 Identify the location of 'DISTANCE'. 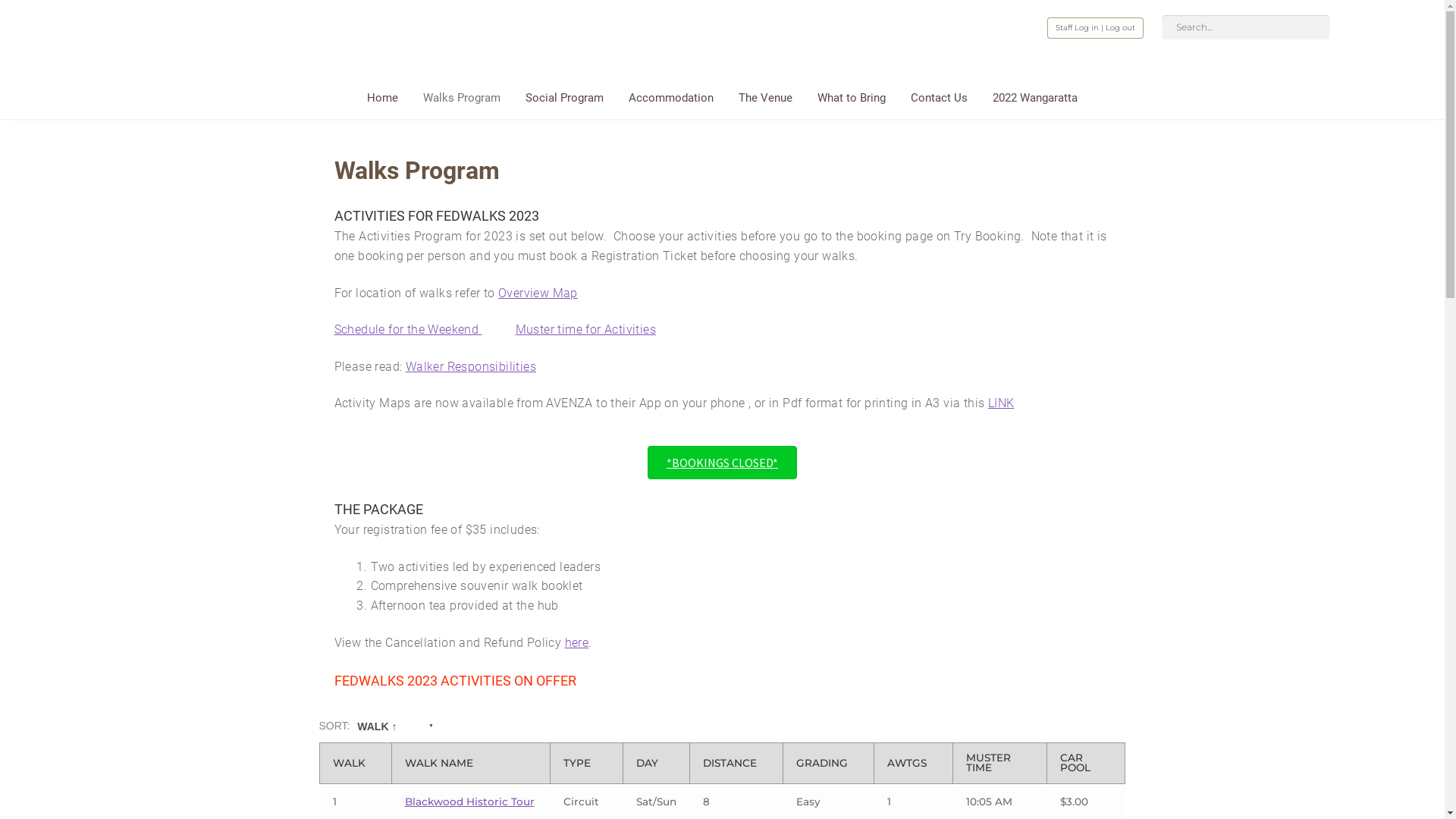
(736, 763).